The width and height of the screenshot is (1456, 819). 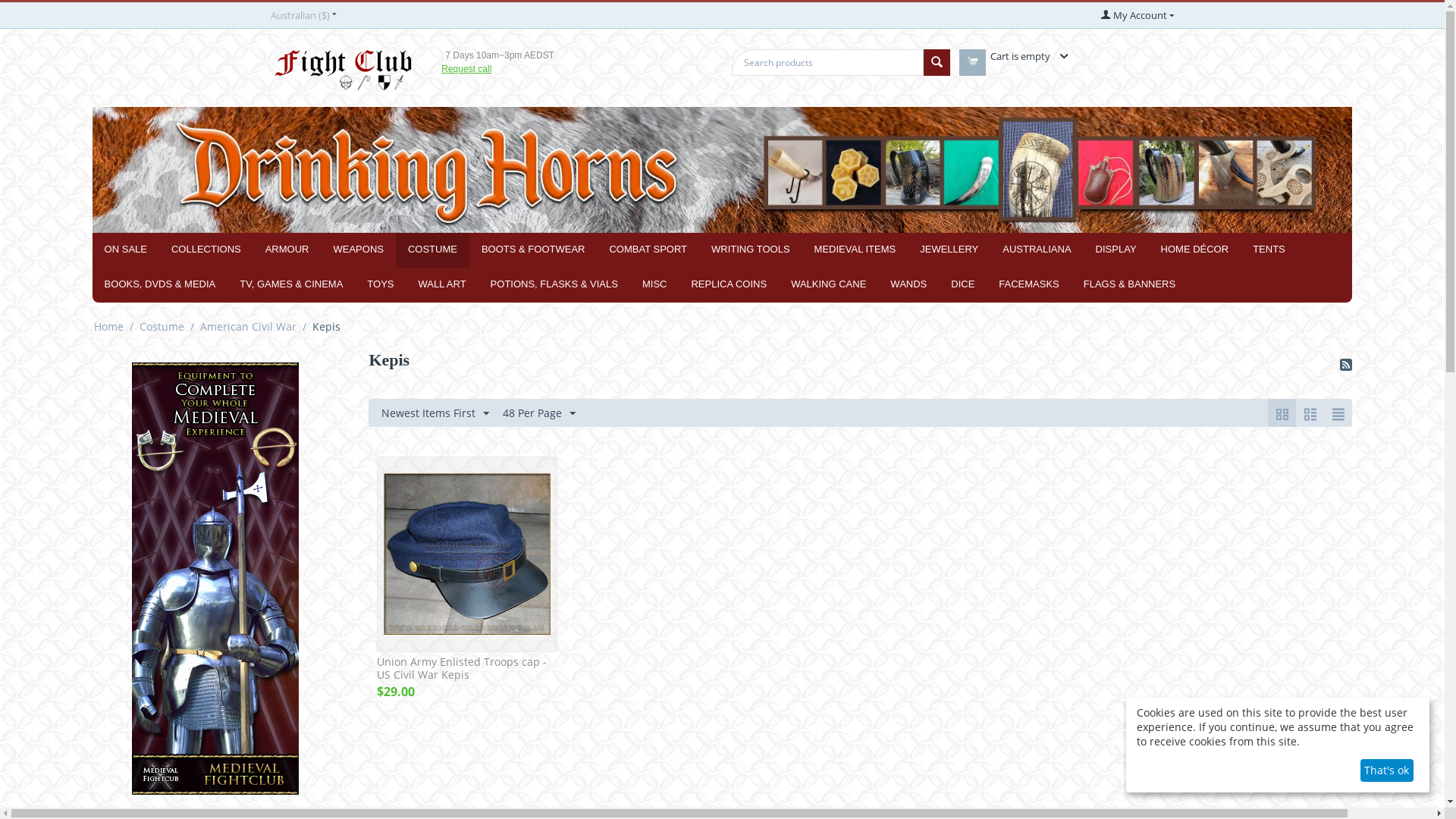 I want to click on 'TOYS', so click(x=380, y=284).